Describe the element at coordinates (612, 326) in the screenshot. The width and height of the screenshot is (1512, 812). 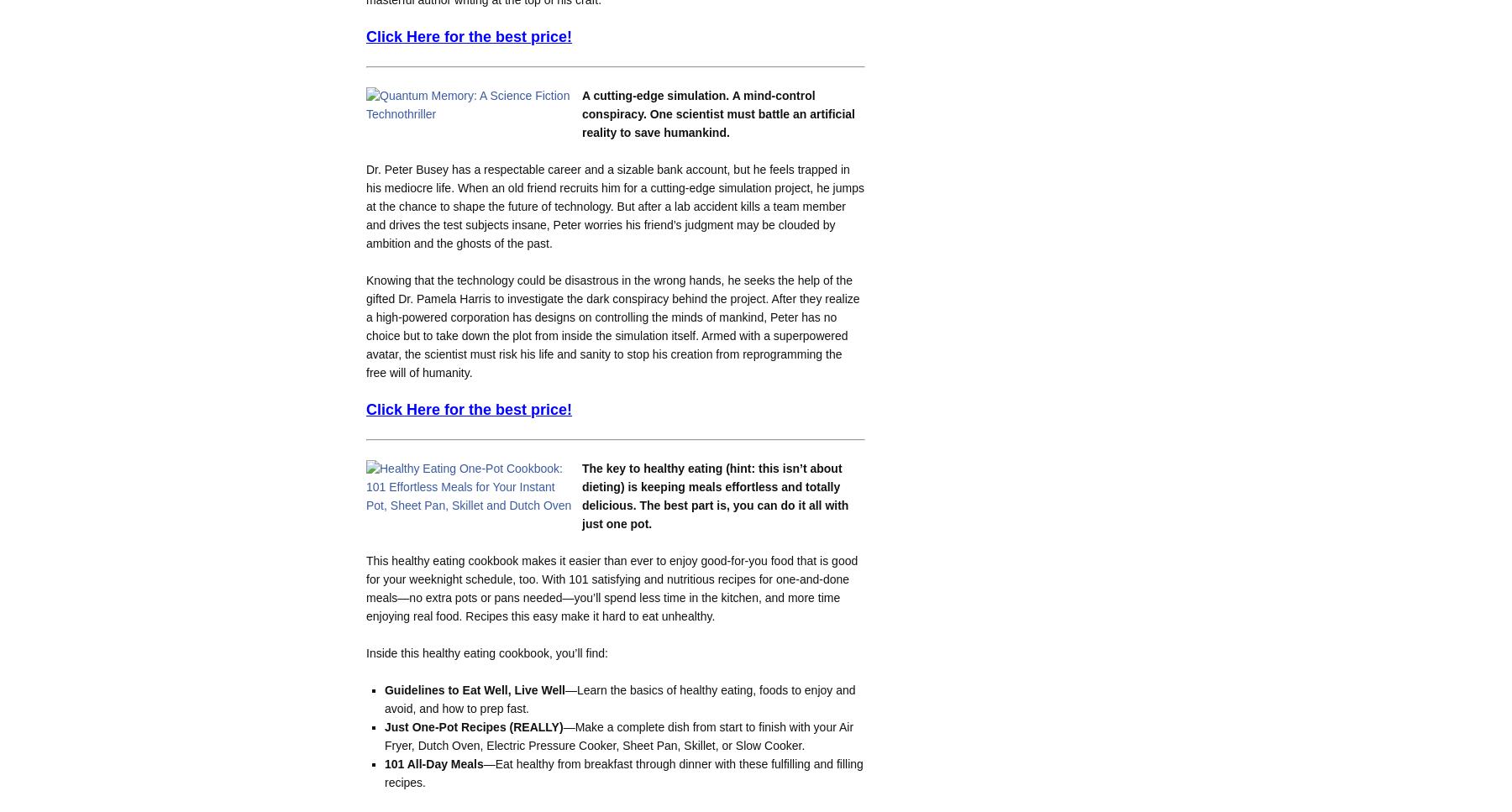
I see `'Knowing that the technology could be disastrous in the wrong hands, he seeks the help of the gifted Dr. Pamela Harris to investigate the dark conspiracy behind the project. After they realize a high-powered corporation has designs on controlling the minds of mankind, Peter has no choice but to take down the plot from inside the simulation itself. Armed with a superpowered avatar, the scientist must risk his life and sanity to stop his creation from reprogramming the free will of humanity.'` at that location.